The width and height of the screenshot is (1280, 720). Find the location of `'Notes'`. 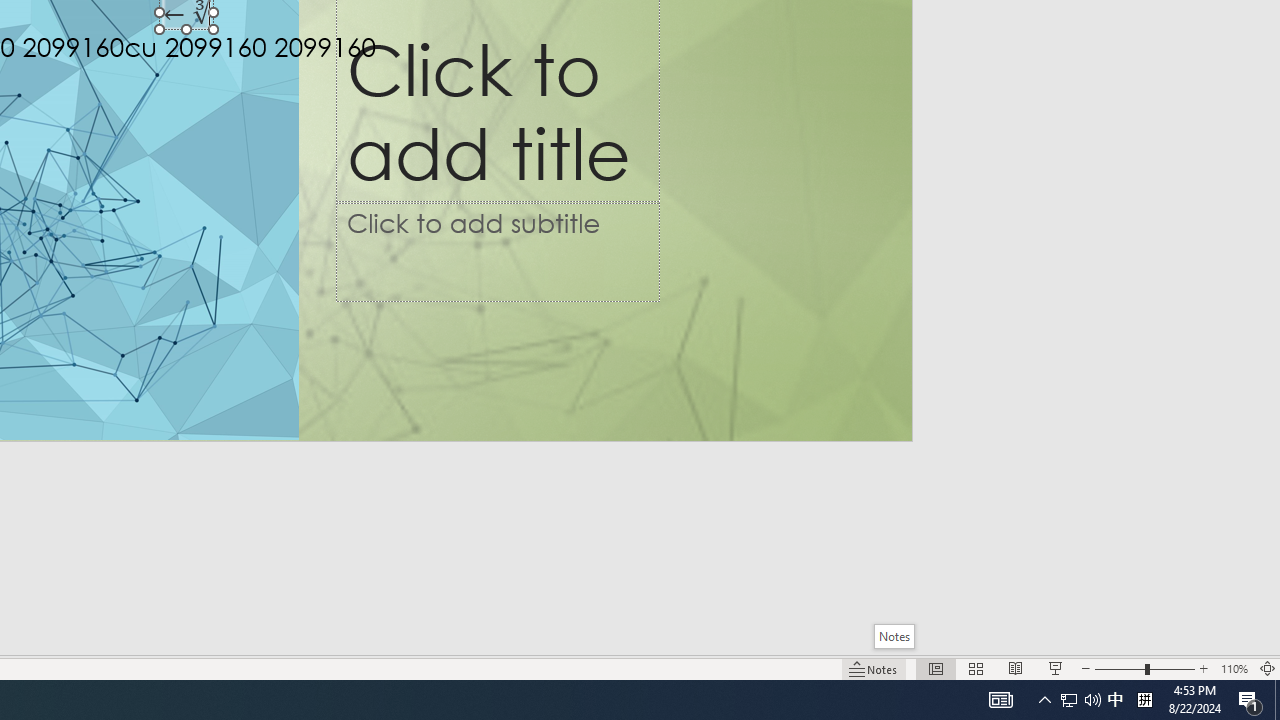

'Notes' is located at coordinates (893, 636).